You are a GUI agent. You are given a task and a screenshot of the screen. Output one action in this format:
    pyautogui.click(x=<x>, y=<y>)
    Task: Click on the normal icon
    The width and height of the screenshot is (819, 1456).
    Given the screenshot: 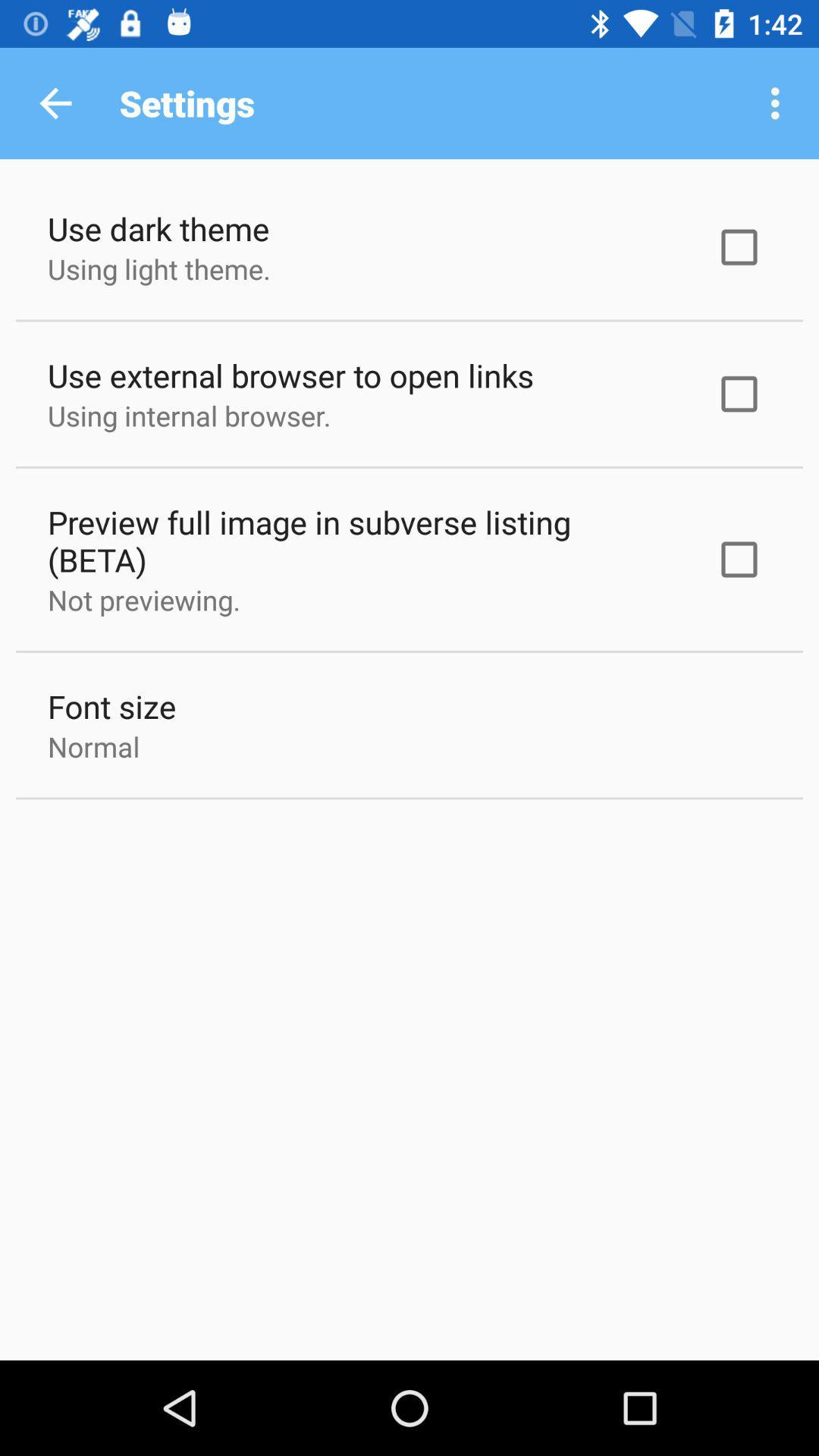 What is the action you would take?
    pyautogui.click(x=93, y=746)
    